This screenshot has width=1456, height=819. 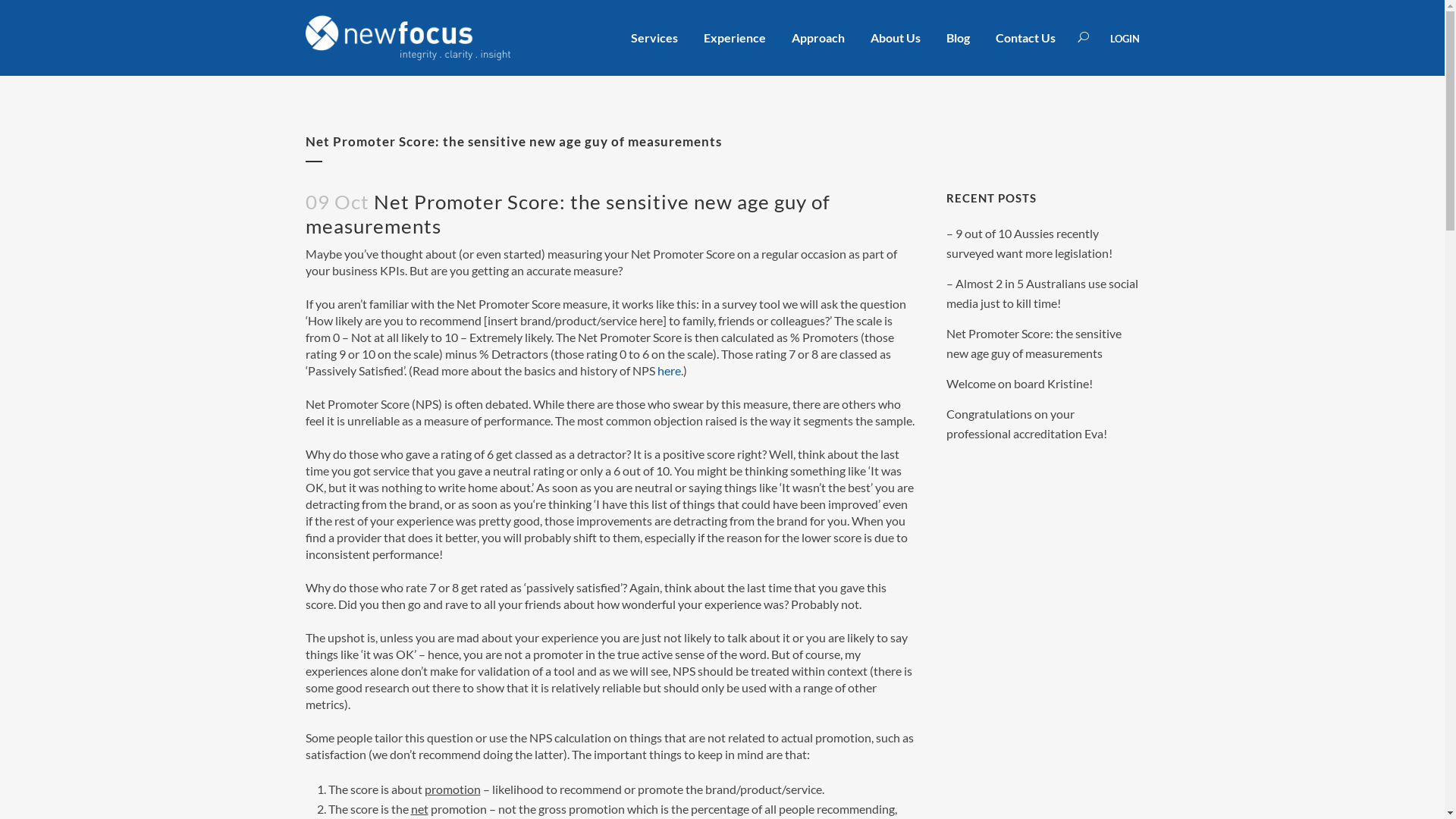 I want to click on 'here', so click(x=656, y=370).